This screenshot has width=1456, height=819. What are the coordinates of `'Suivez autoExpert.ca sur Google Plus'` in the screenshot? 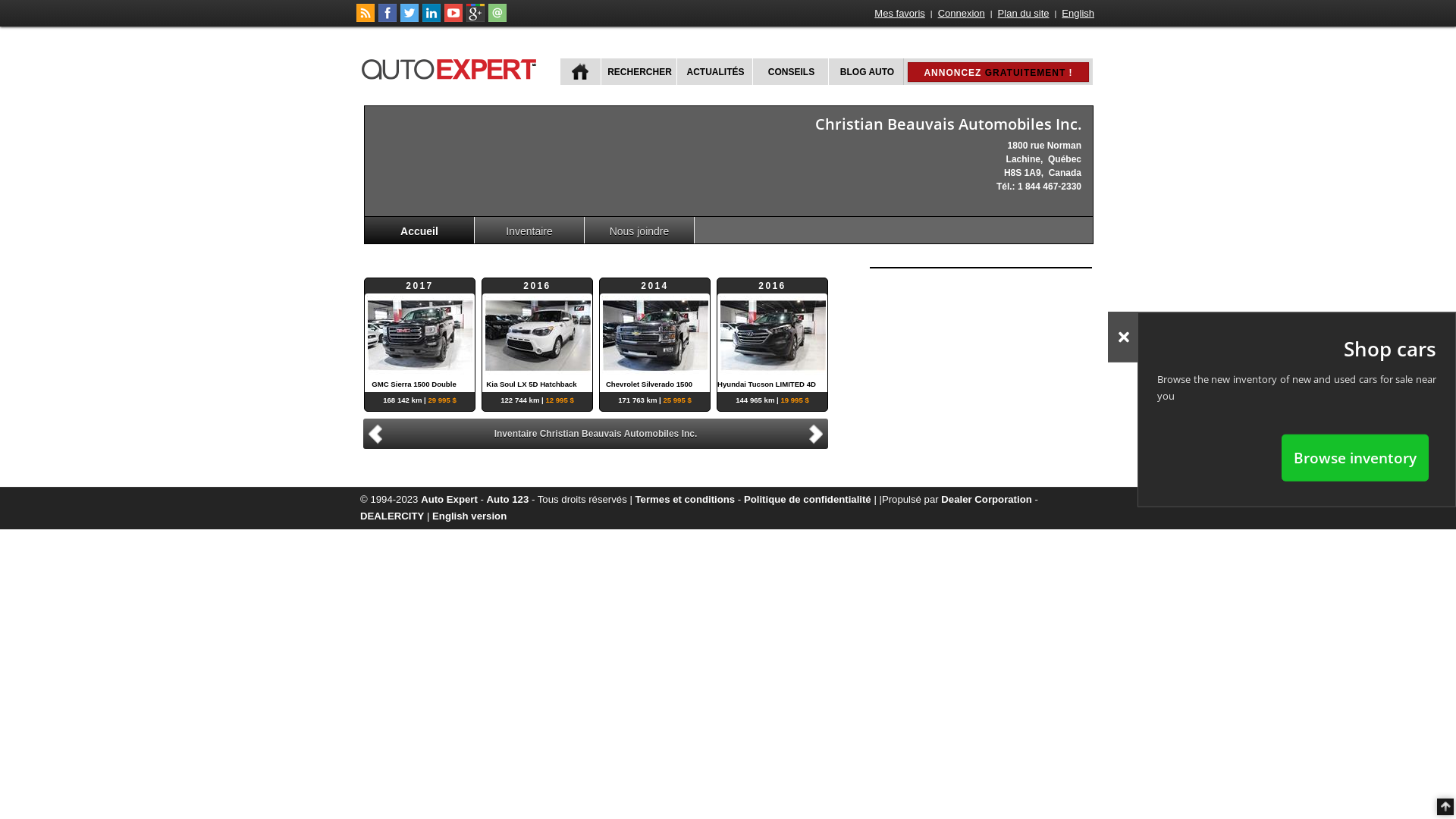 It's located at (475, 18).